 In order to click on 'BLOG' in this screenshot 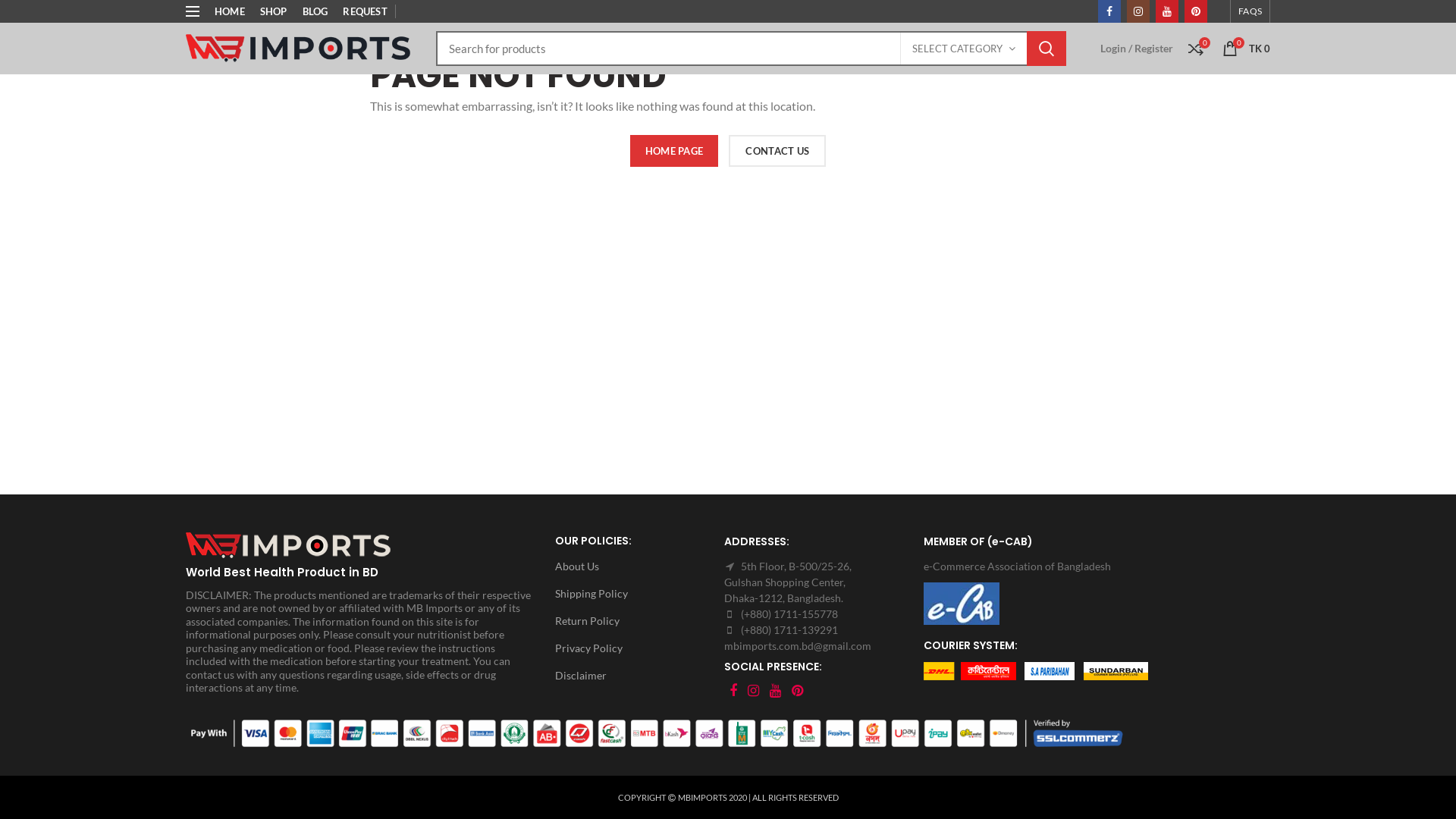, I will do `click(294, 11)`.